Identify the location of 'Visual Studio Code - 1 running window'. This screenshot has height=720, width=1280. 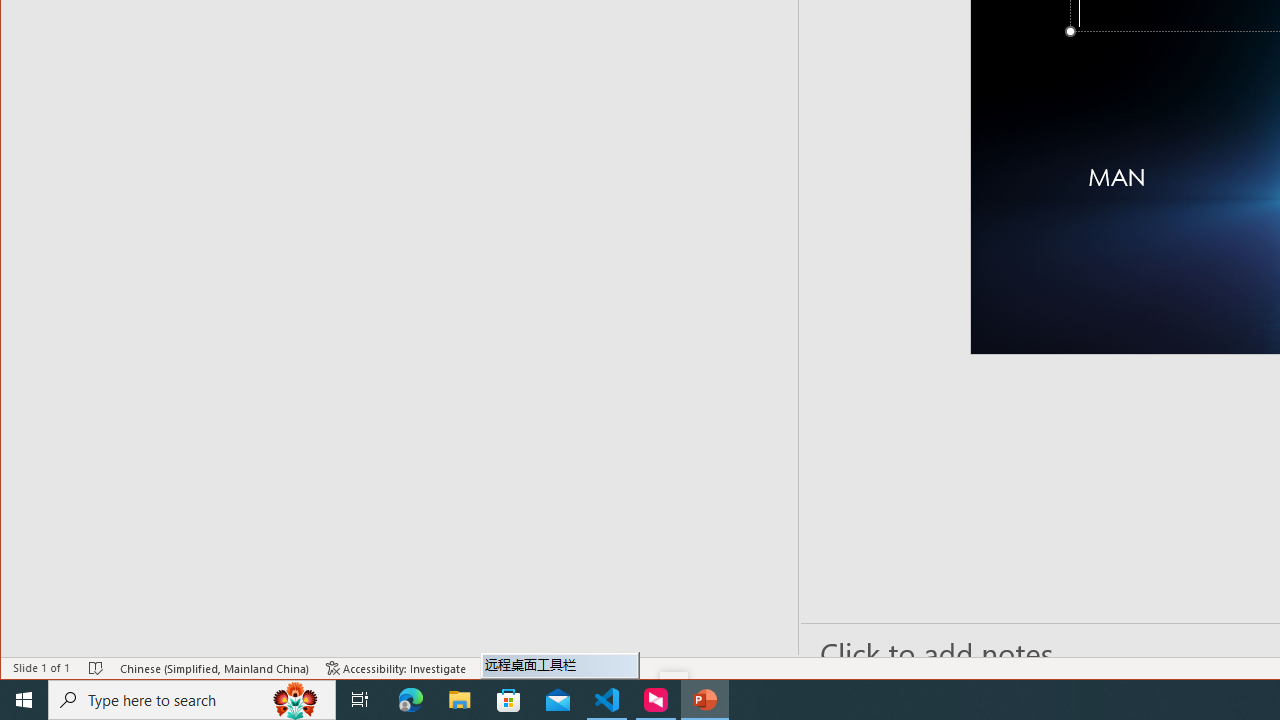
(606, 698).